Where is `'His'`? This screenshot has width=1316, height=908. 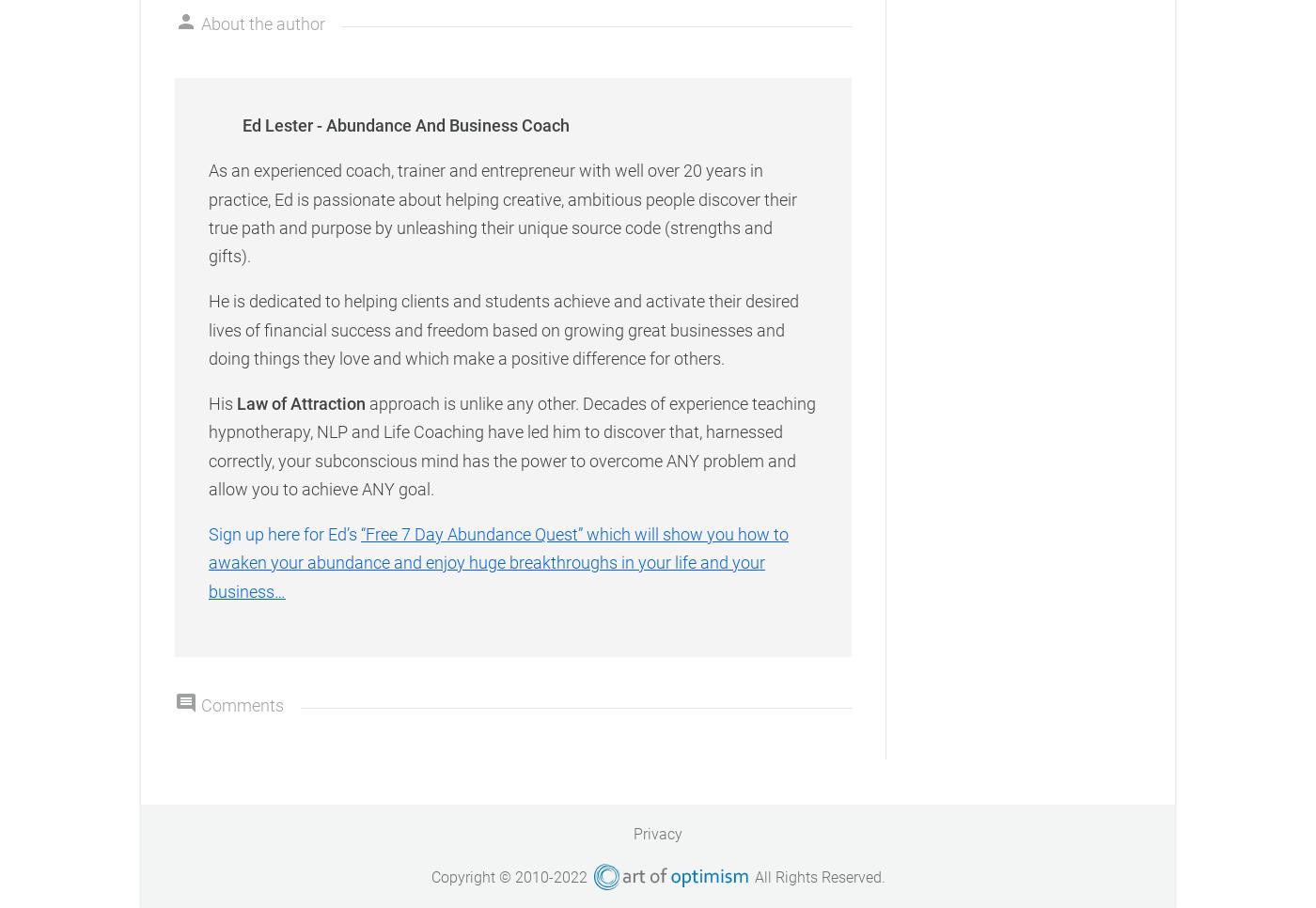
'His' is located at coordinates (223, 402).